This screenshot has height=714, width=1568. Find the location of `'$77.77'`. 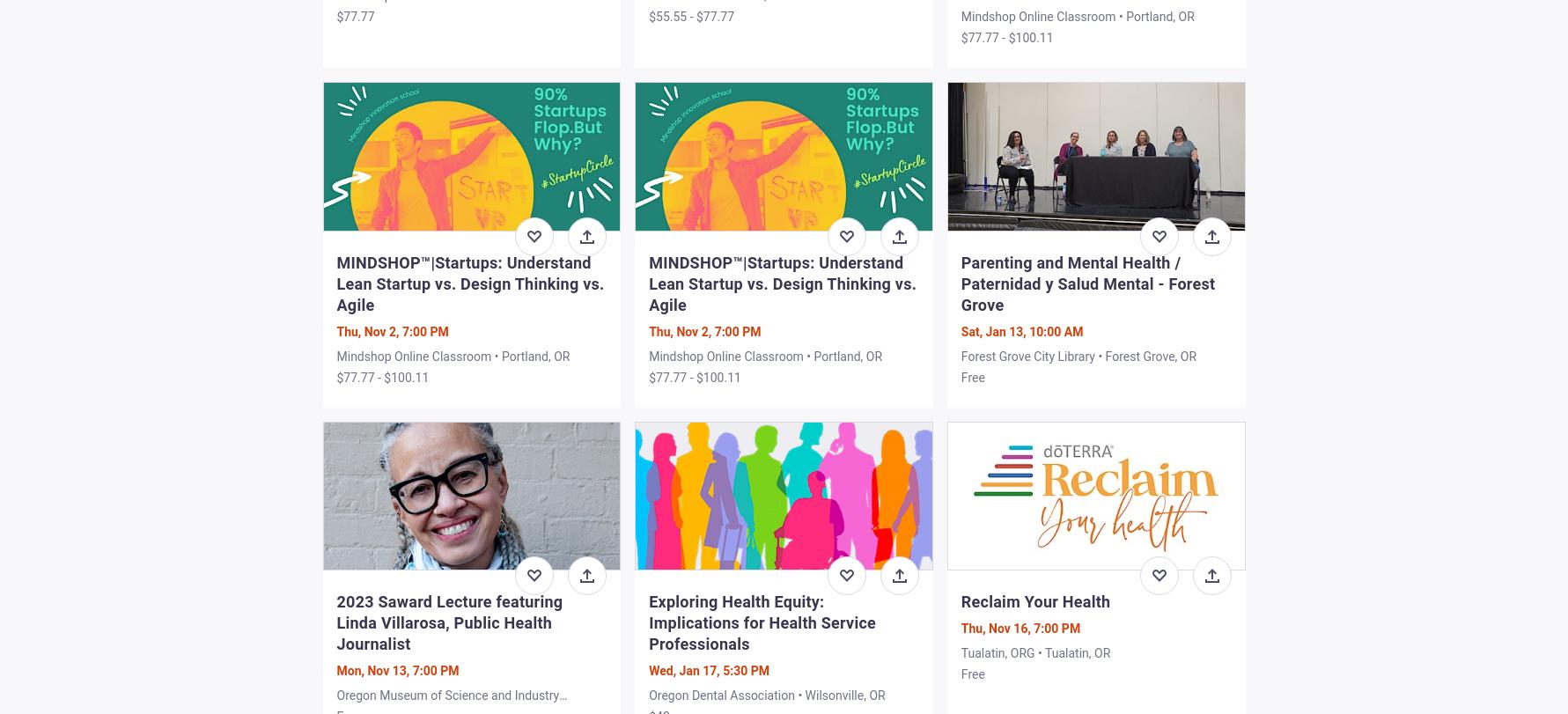

'$77.77' is located at coordinates (355, 16).